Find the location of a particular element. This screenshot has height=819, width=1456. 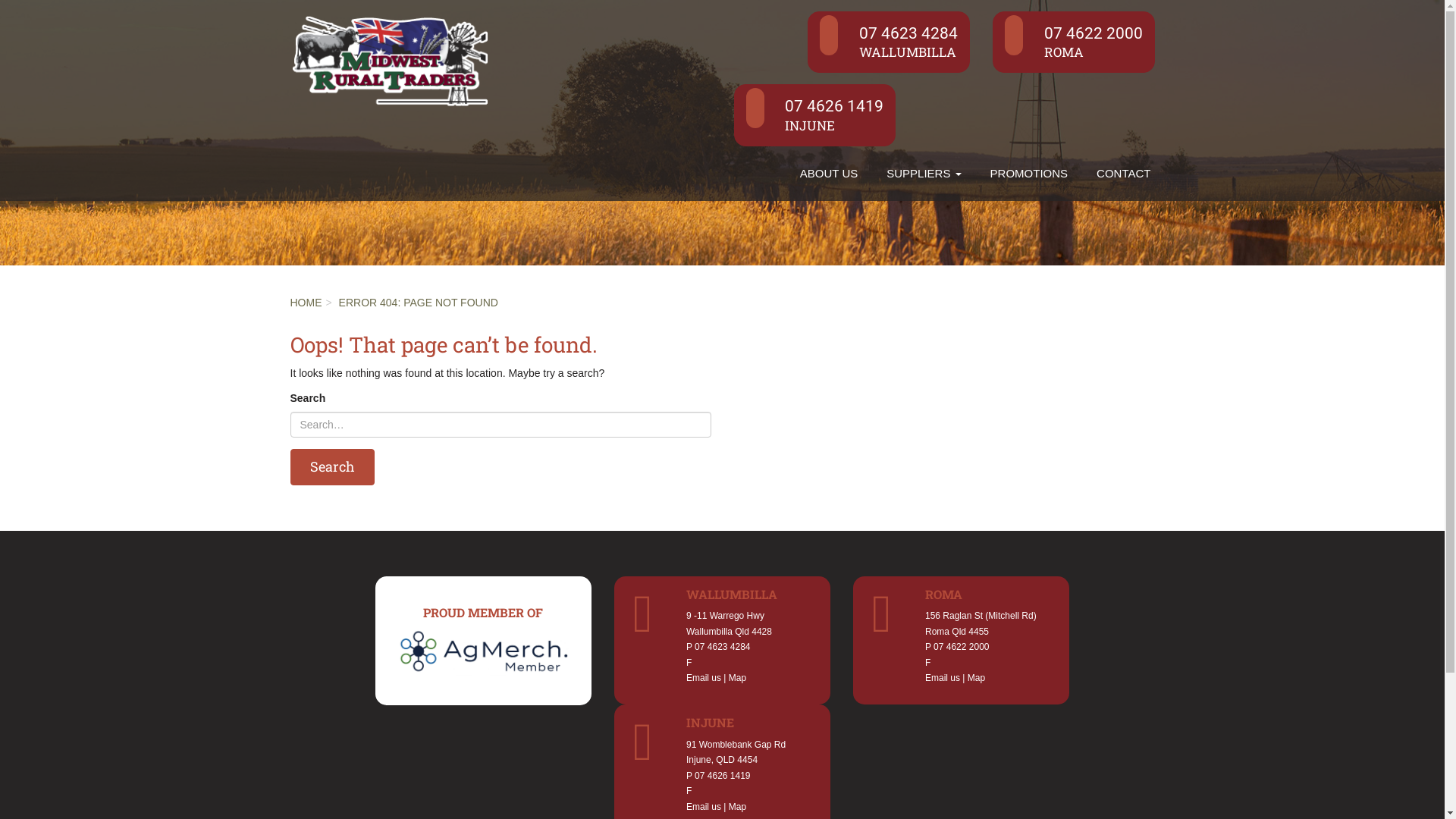

'07 4623 4284 is located at coordinates (888, 41).